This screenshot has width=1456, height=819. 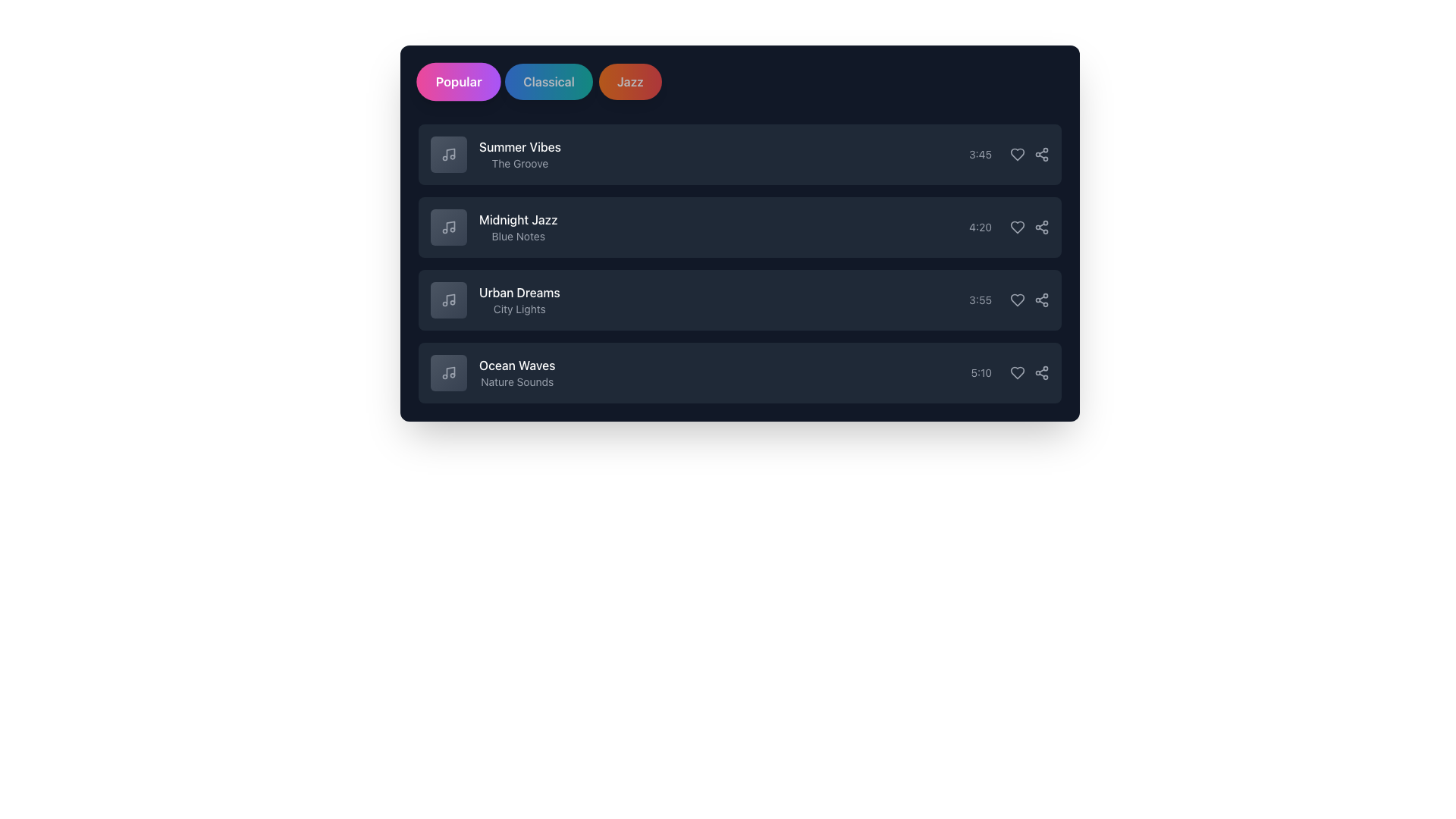 I want to click on the icon group for the 'Ocean Waves' track located in the bottom-right corner, positioned to the right of the duration '5:10', so click(x=1030, y=373).